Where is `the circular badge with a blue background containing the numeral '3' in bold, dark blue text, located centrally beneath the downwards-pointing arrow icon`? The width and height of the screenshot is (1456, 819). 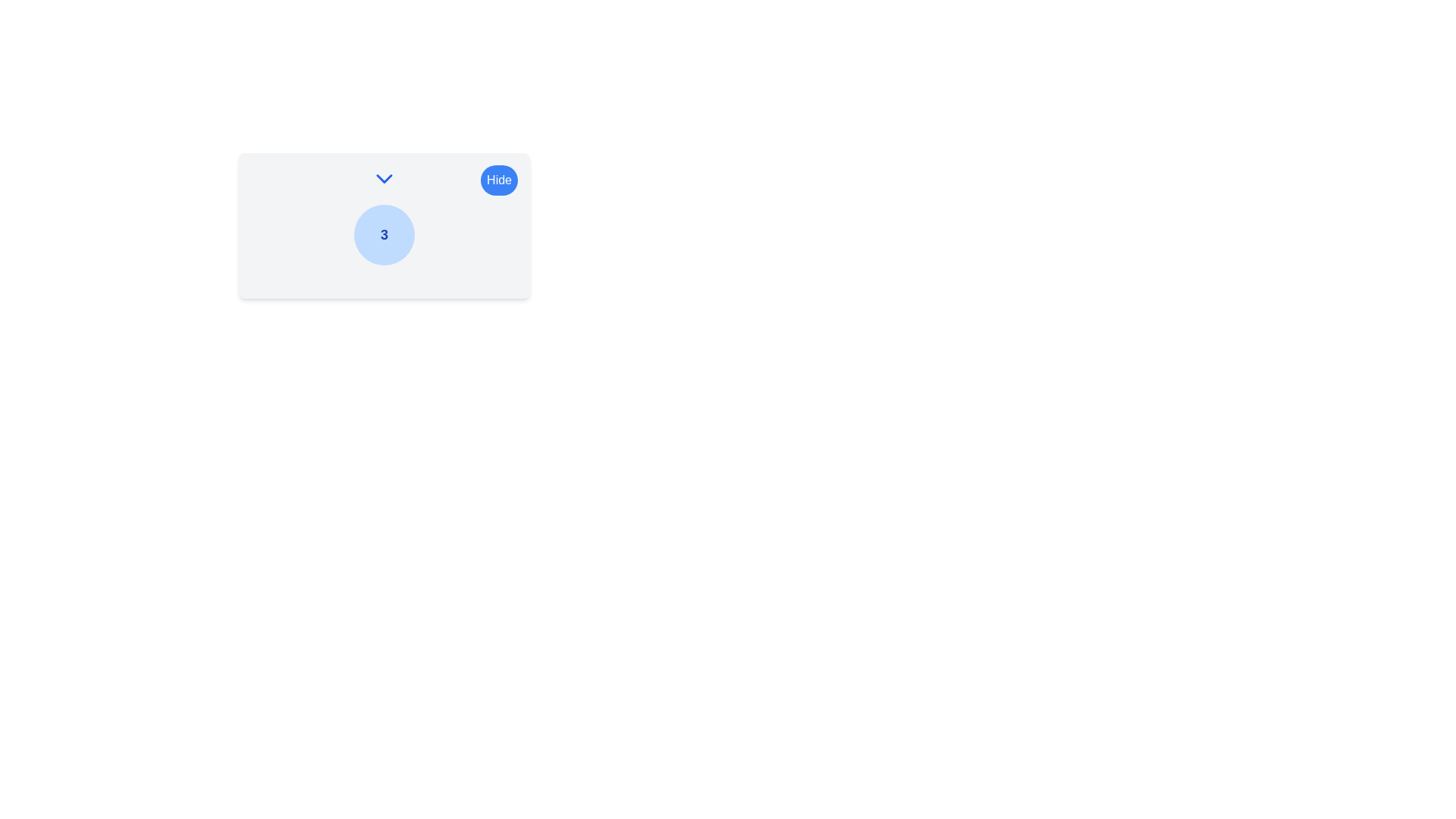
the circular badge with a blue background containing the numeral '3' in bold, dark blue text, located centrally beneath the downwards-pointing arrow icon is located at coordinates (384, 234).